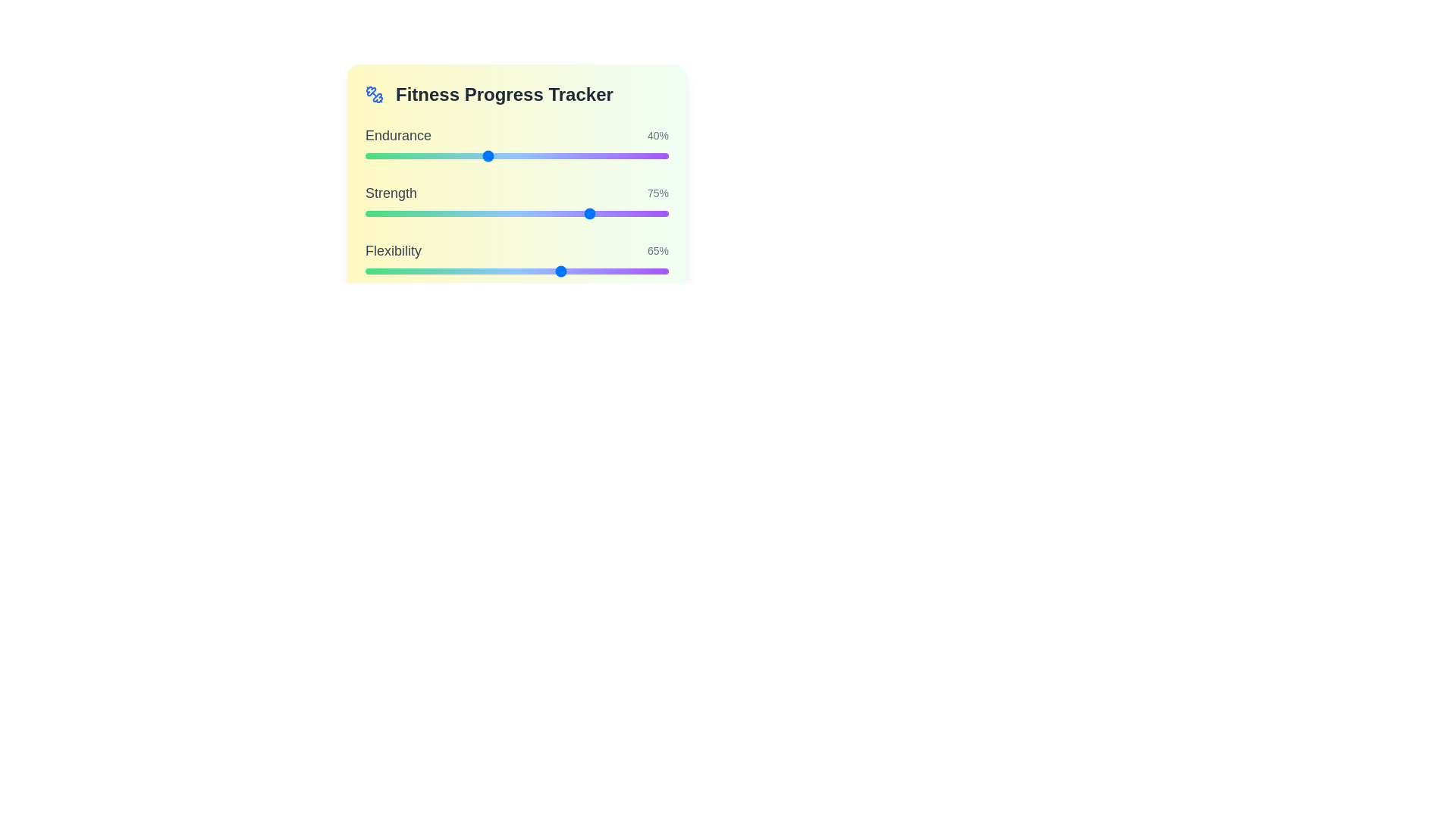 Image resolution: width=1456 pixels, height=819 pixels. Describe the element at coordinates (651, 155) in the screenshot. I see `endurance` at that location.